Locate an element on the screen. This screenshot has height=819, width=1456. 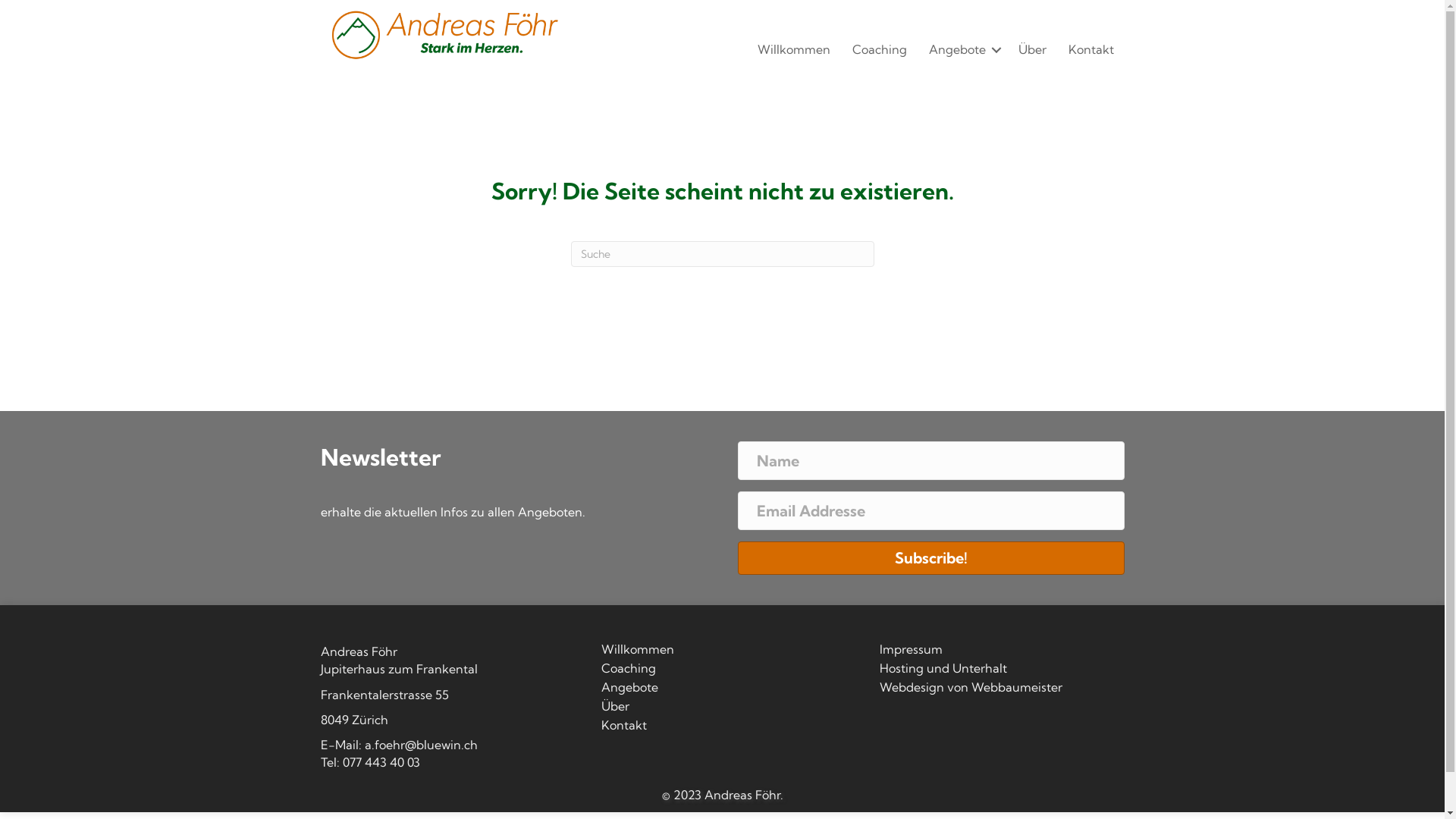
'Angebote' is located at coordinates (917, 49).